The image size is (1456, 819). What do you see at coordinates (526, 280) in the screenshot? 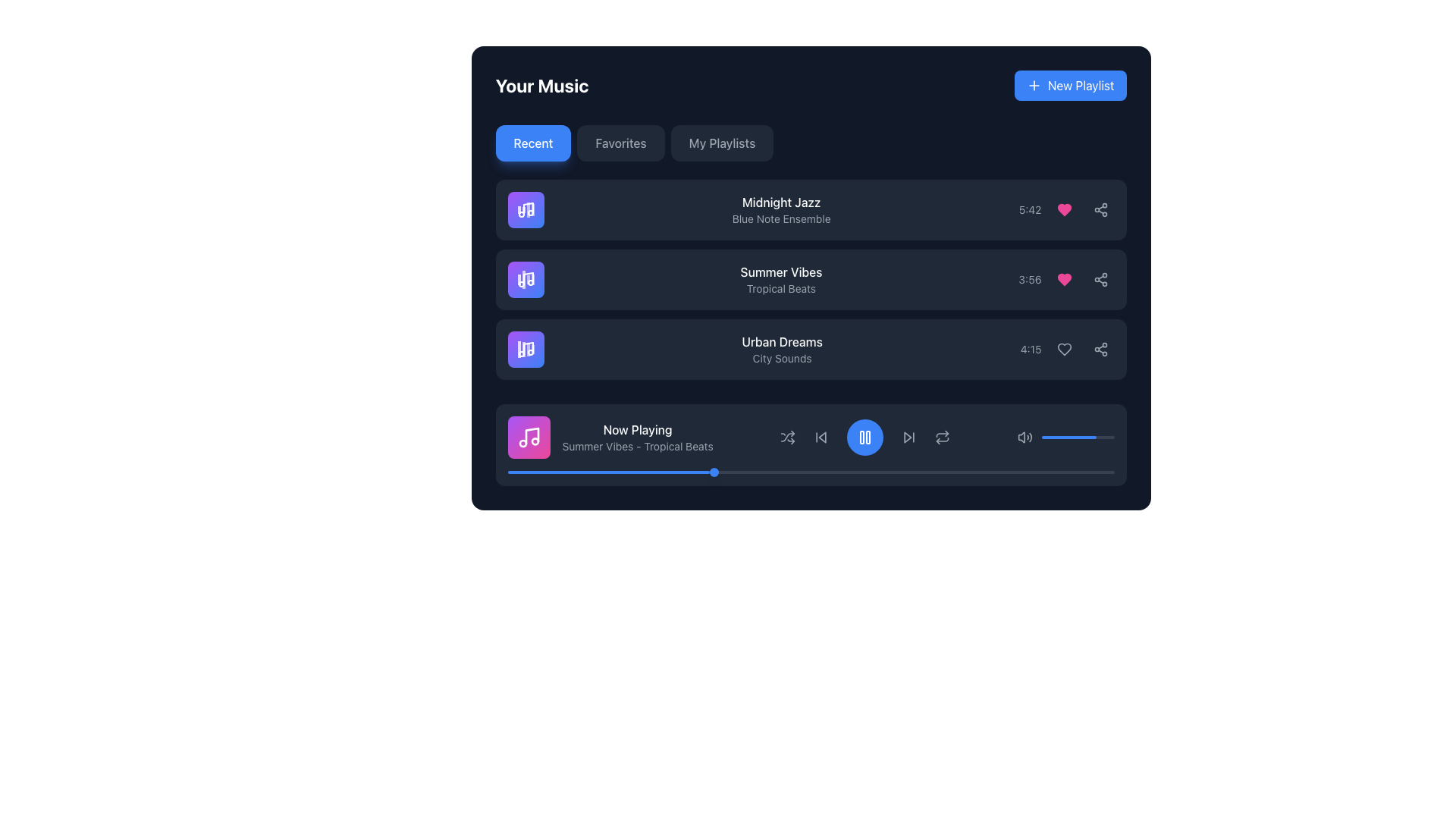
I see `the music note icon, which is white on a purple gradient background and positioned to the left of the text 'Summer Vibes – Tropical Beats' in the second row of the music tracks list` at bounding box center [526, 280].